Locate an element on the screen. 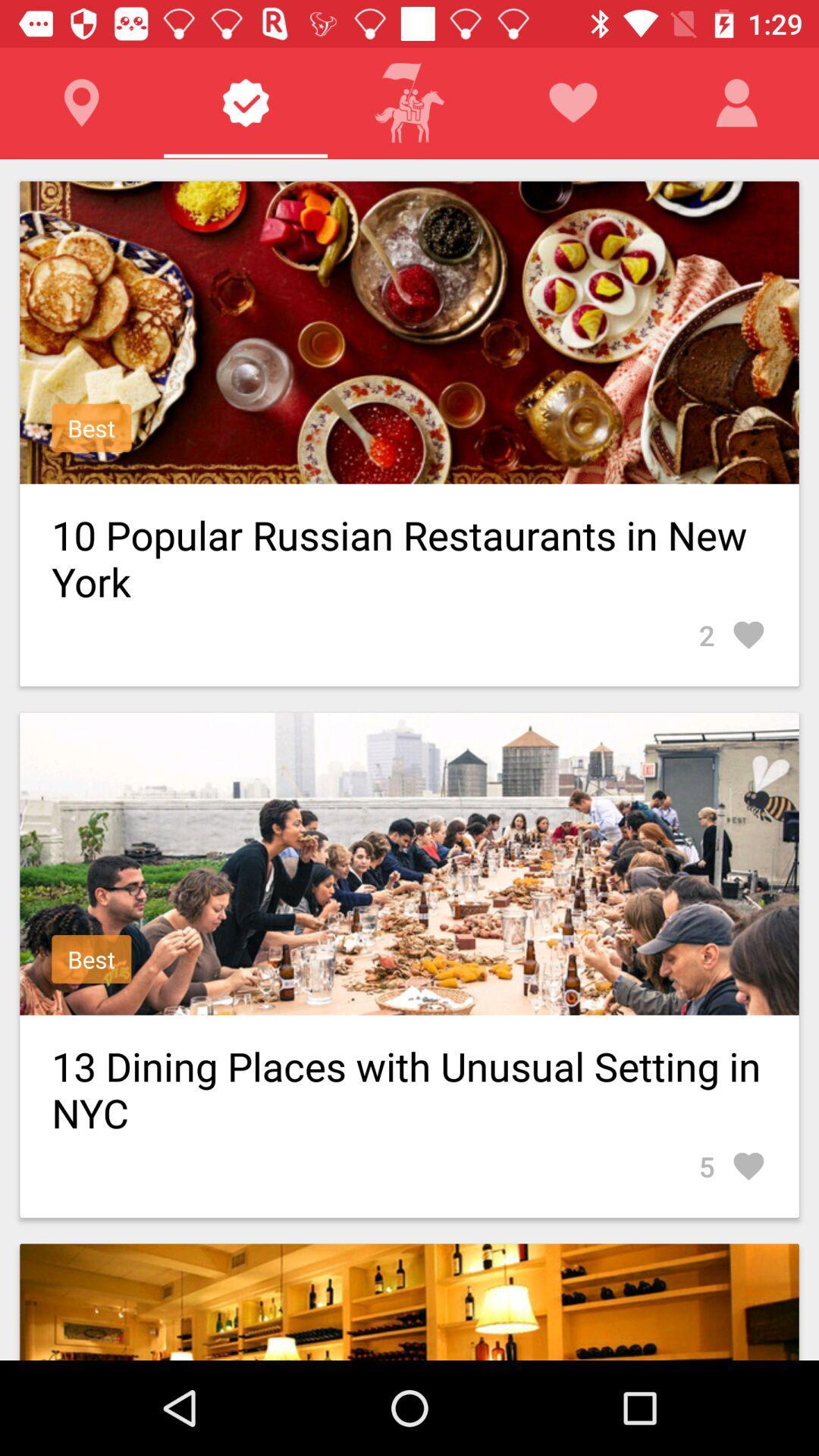 The image size is (819, 1456). the item below the 13 dining places is located at coordinates (732, 1166).